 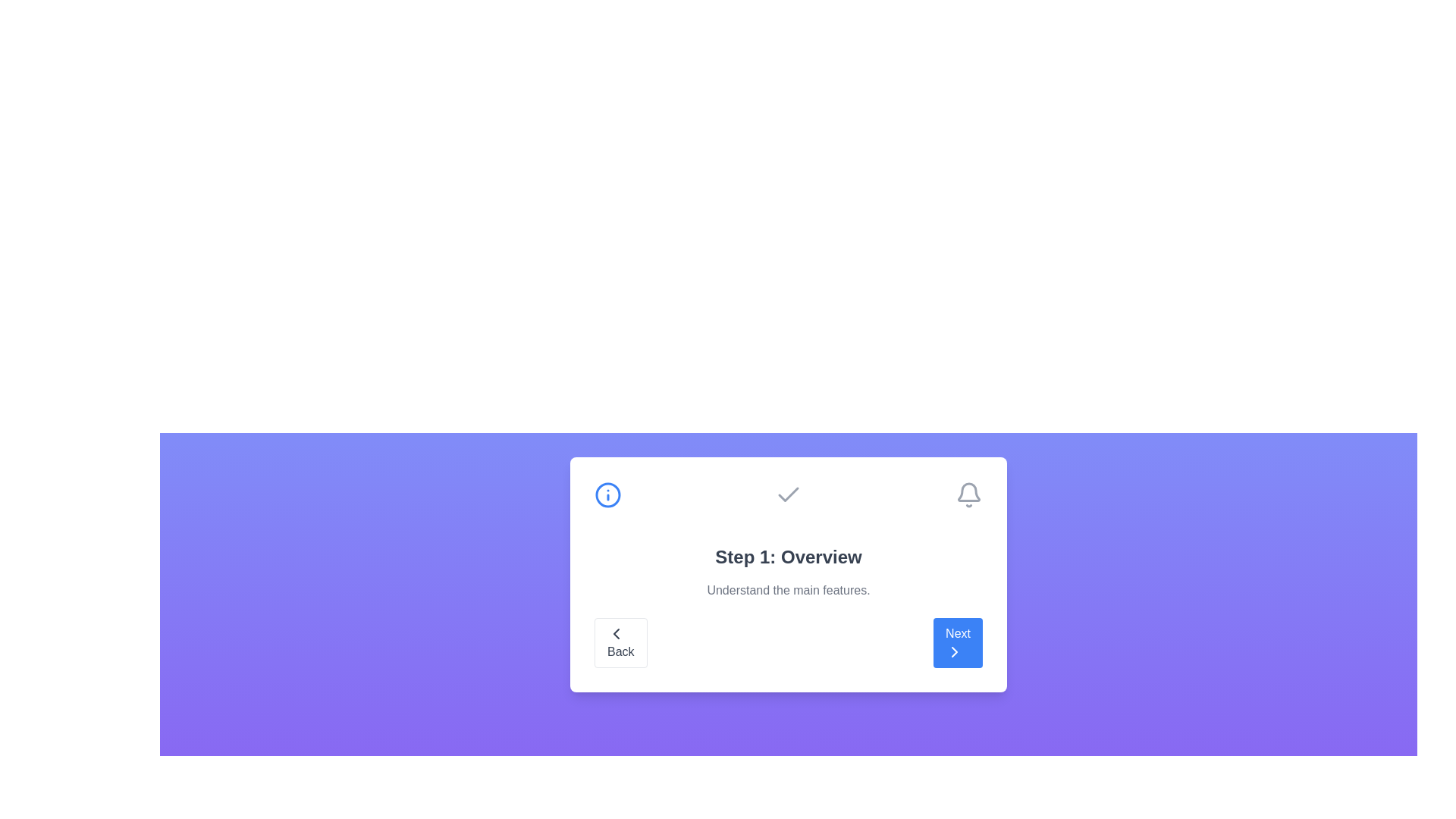 What do you see at coordinates (607, 494) in the screenshot?
I see `the step icon for step 1` at bounding box center [607, 494].